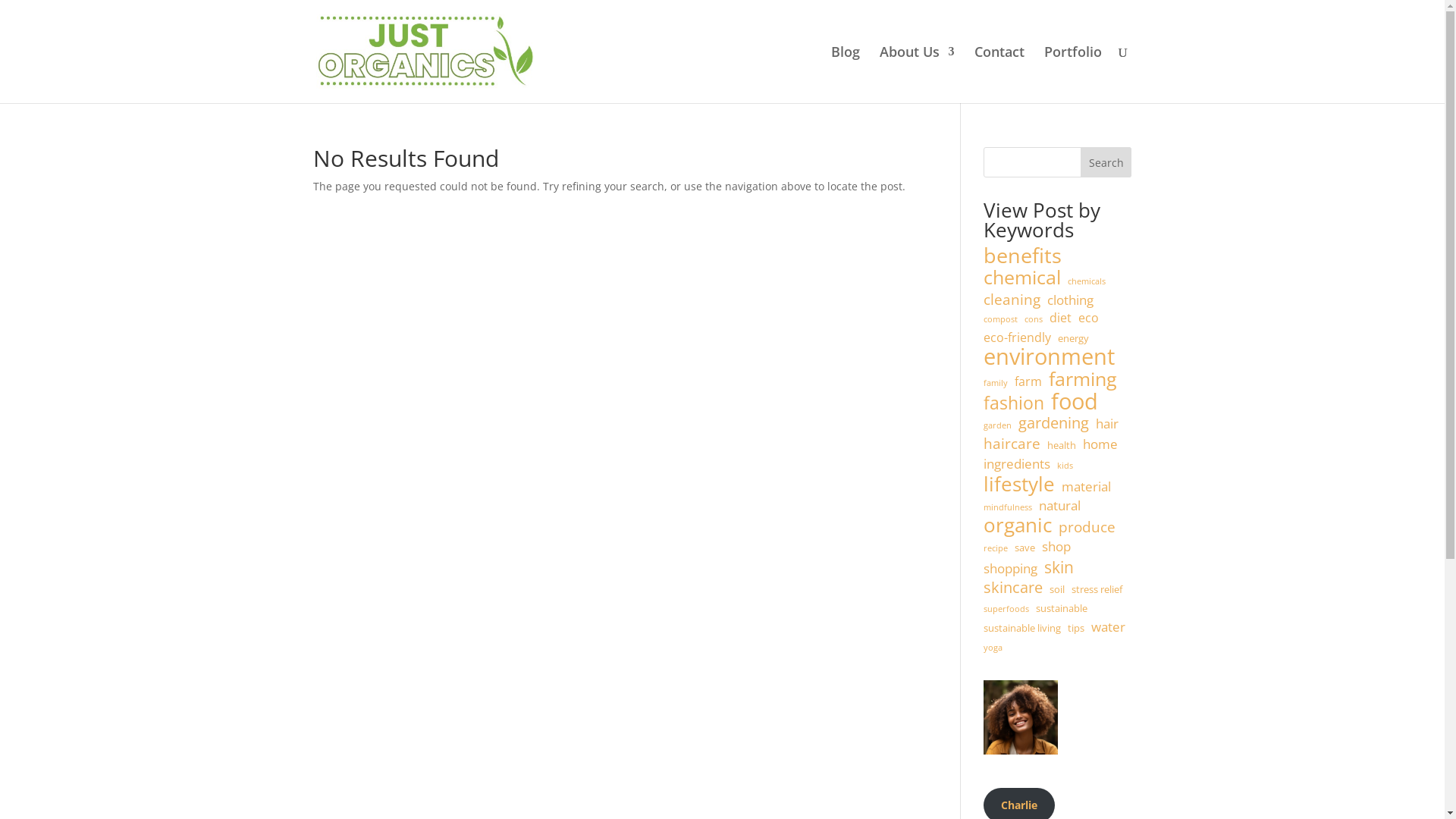  What do you see at coordinates (1022, 629) in the screenshot?
I see `'sustainable living'` at bounding box center [1022, 629].